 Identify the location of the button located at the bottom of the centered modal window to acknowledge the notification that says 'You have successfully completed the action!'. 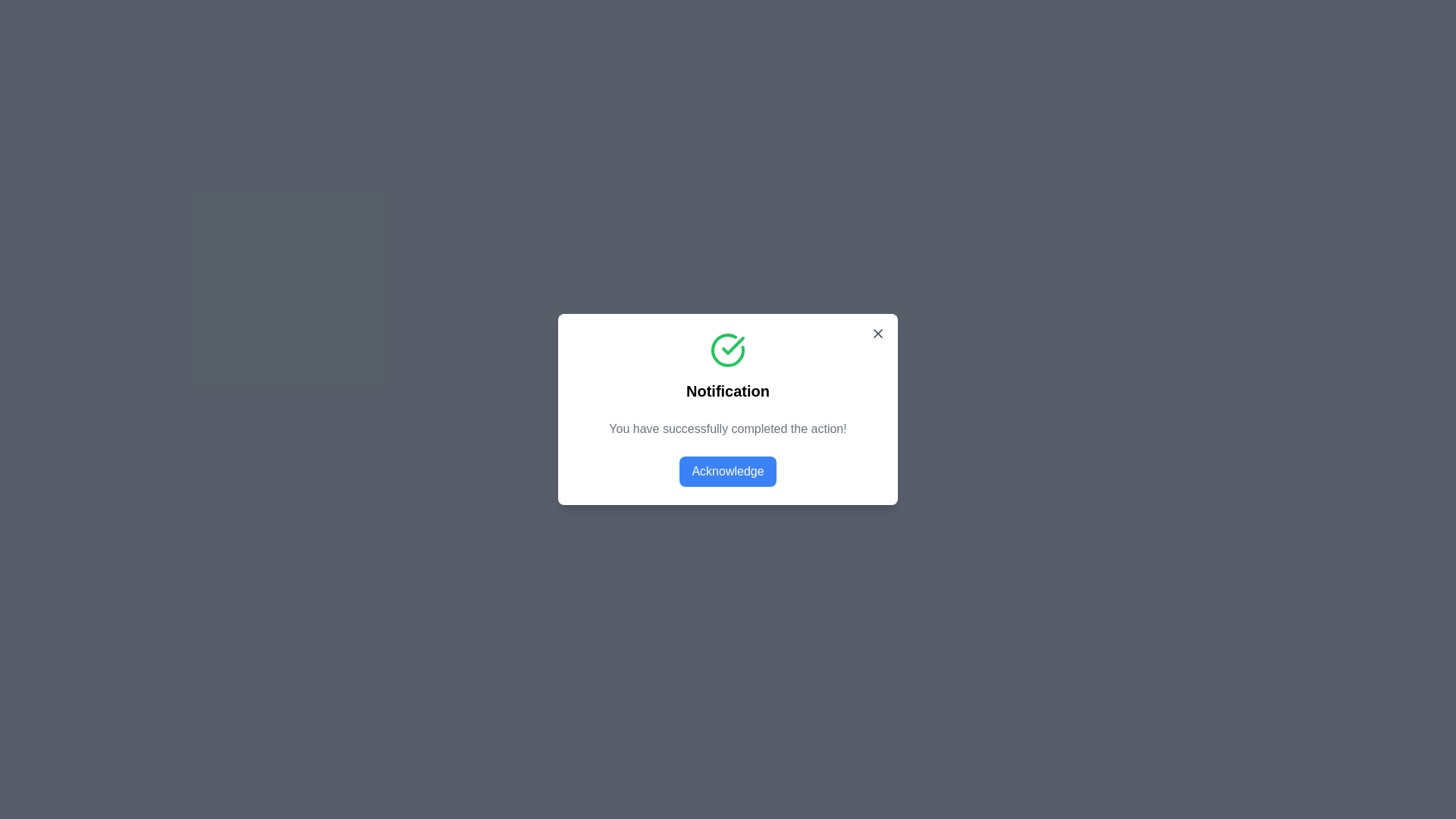
(728, 470).